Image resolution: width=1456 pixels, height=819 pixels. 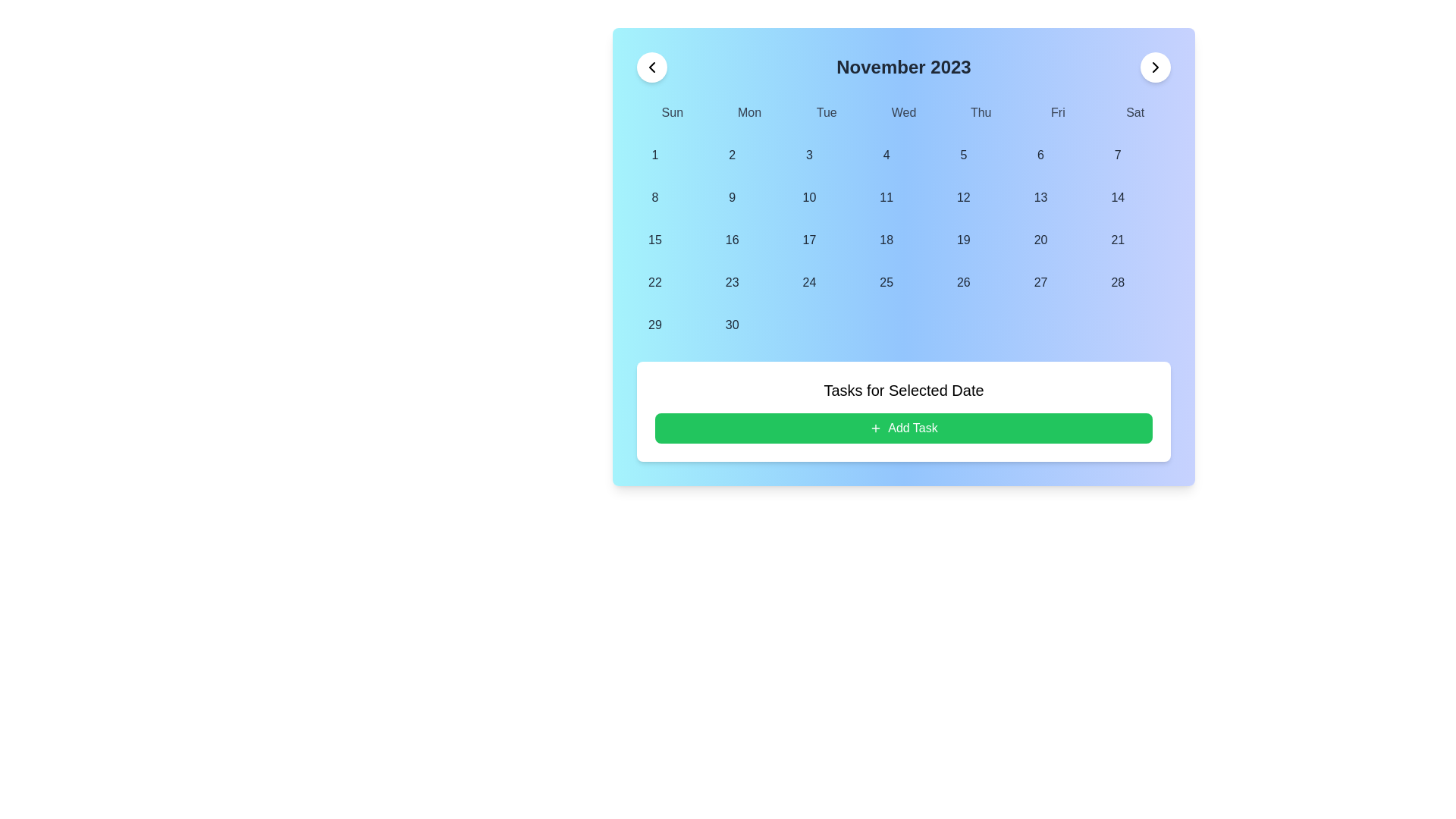 What do you see at coordinates (1118, 155) in the screenshot?
I see `the calendar date selector button located in the first row and seventh column of the calendar interface` at bounding box center [1118, 155].